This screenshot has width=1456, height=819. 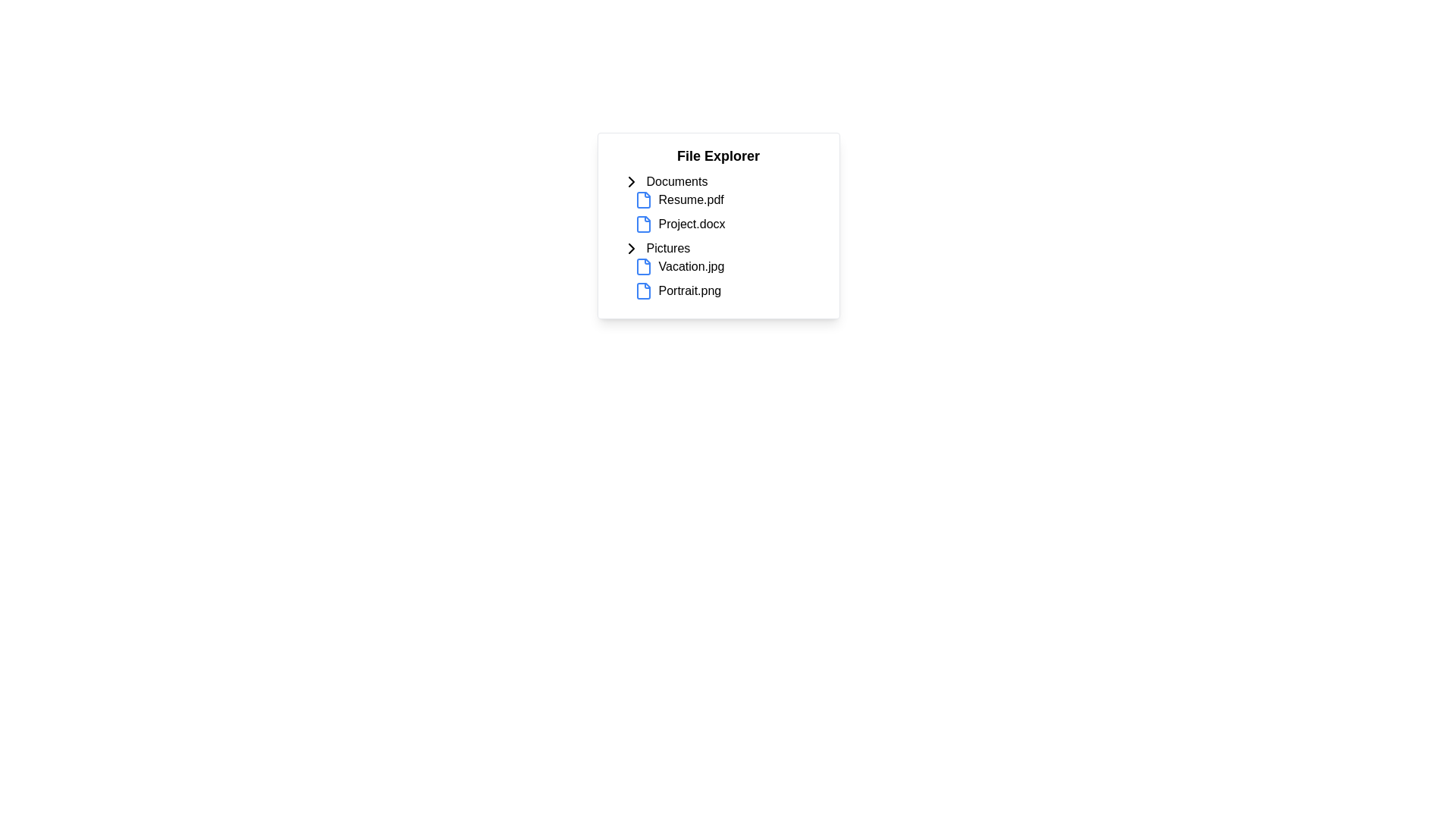 I want to click on the Chevron/Arrow Icon next to the 'Pictures' text, so click(x=631, y=247).